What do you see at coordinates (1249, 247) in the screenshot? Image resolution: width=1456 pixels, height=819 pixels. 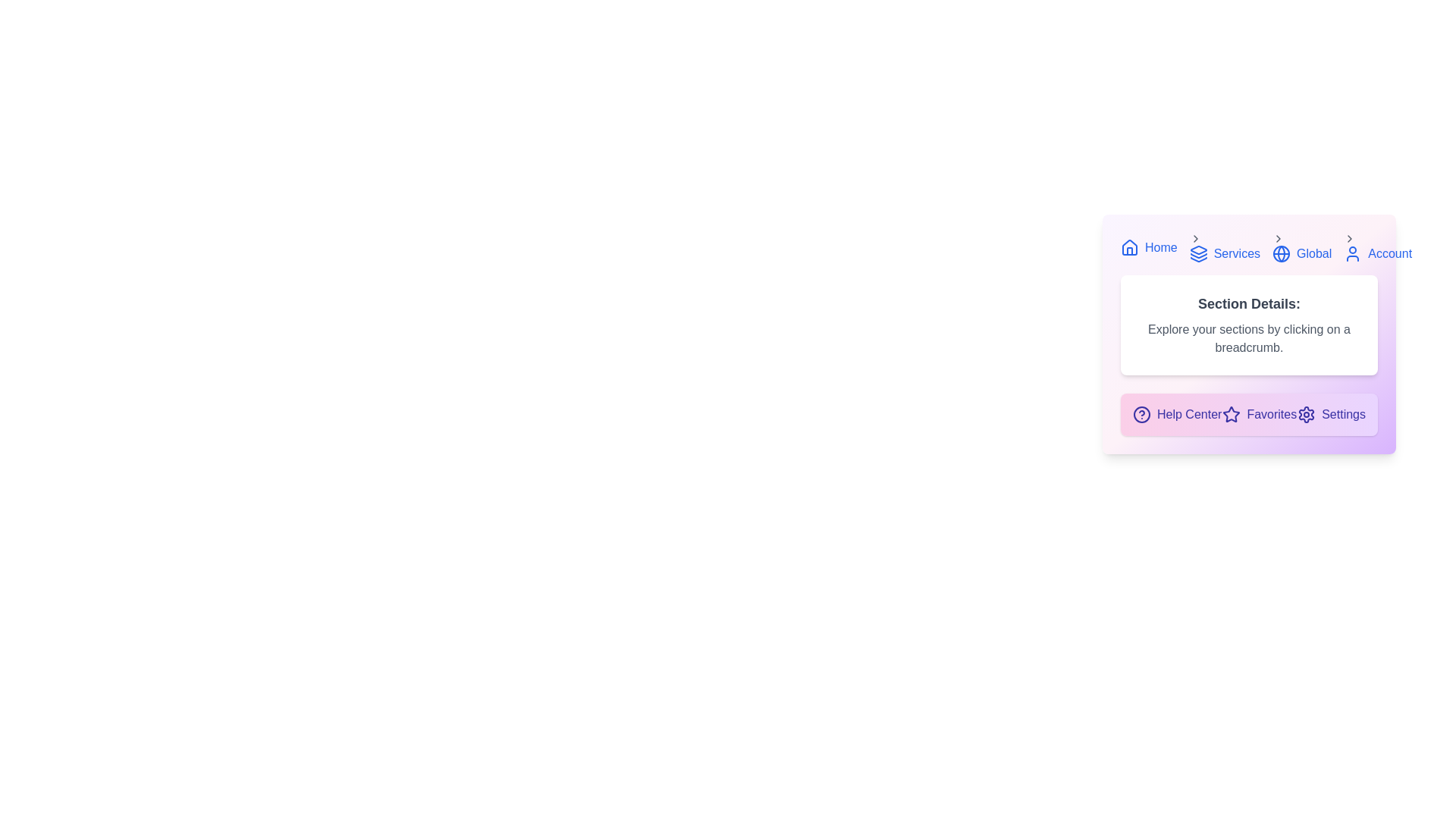 I see `the 'Services' breadcrumb link, which is styled in blue and positioned between 'Home' and 'Global' links in the breadcrumb bar` at bounding box center [1249, 247].